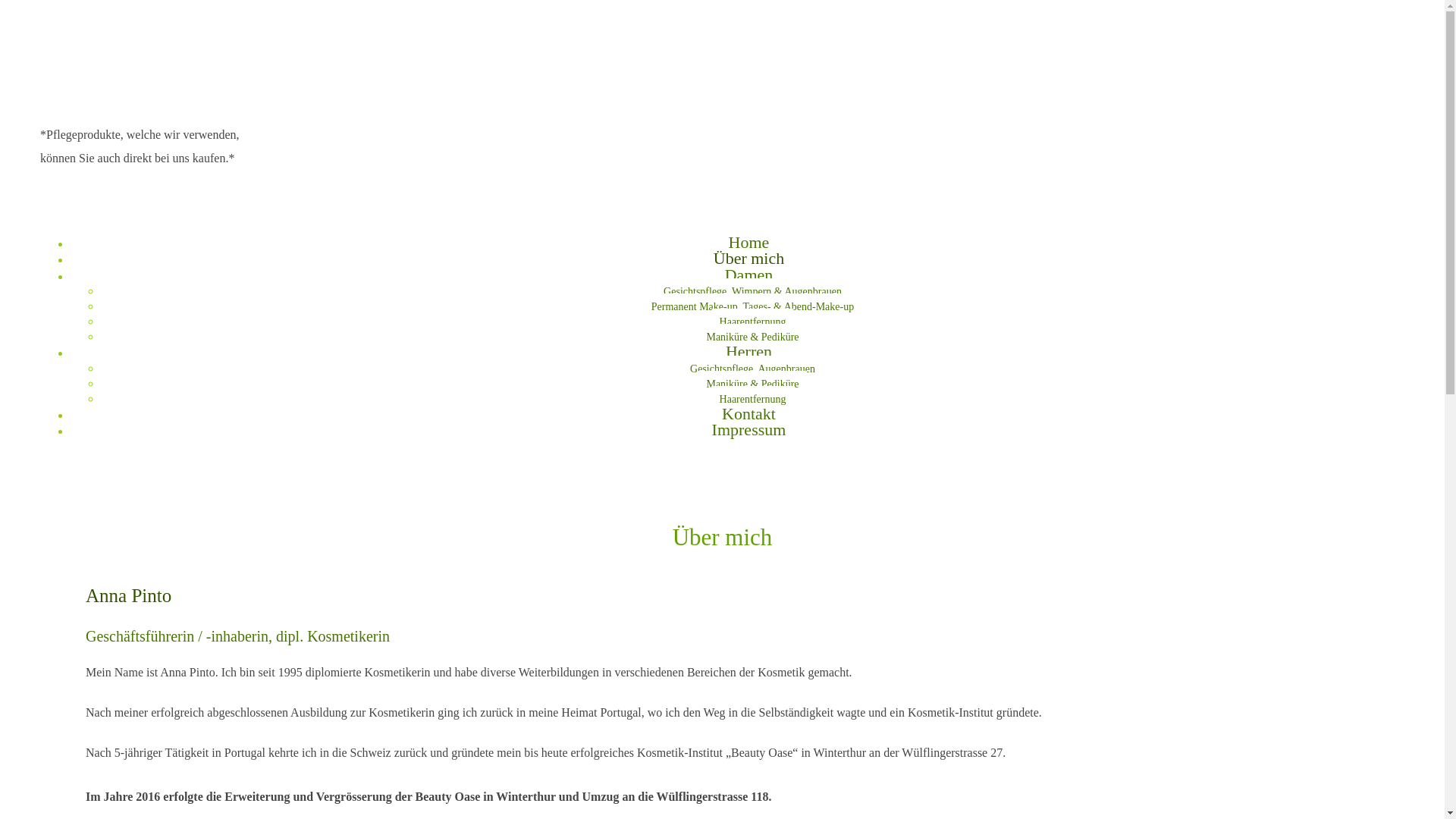  Describe the element at coordinates (655, 291) in the screenshot. I see `'Gesichtspflege, Wimpern & Augenbrauen'` at that location.